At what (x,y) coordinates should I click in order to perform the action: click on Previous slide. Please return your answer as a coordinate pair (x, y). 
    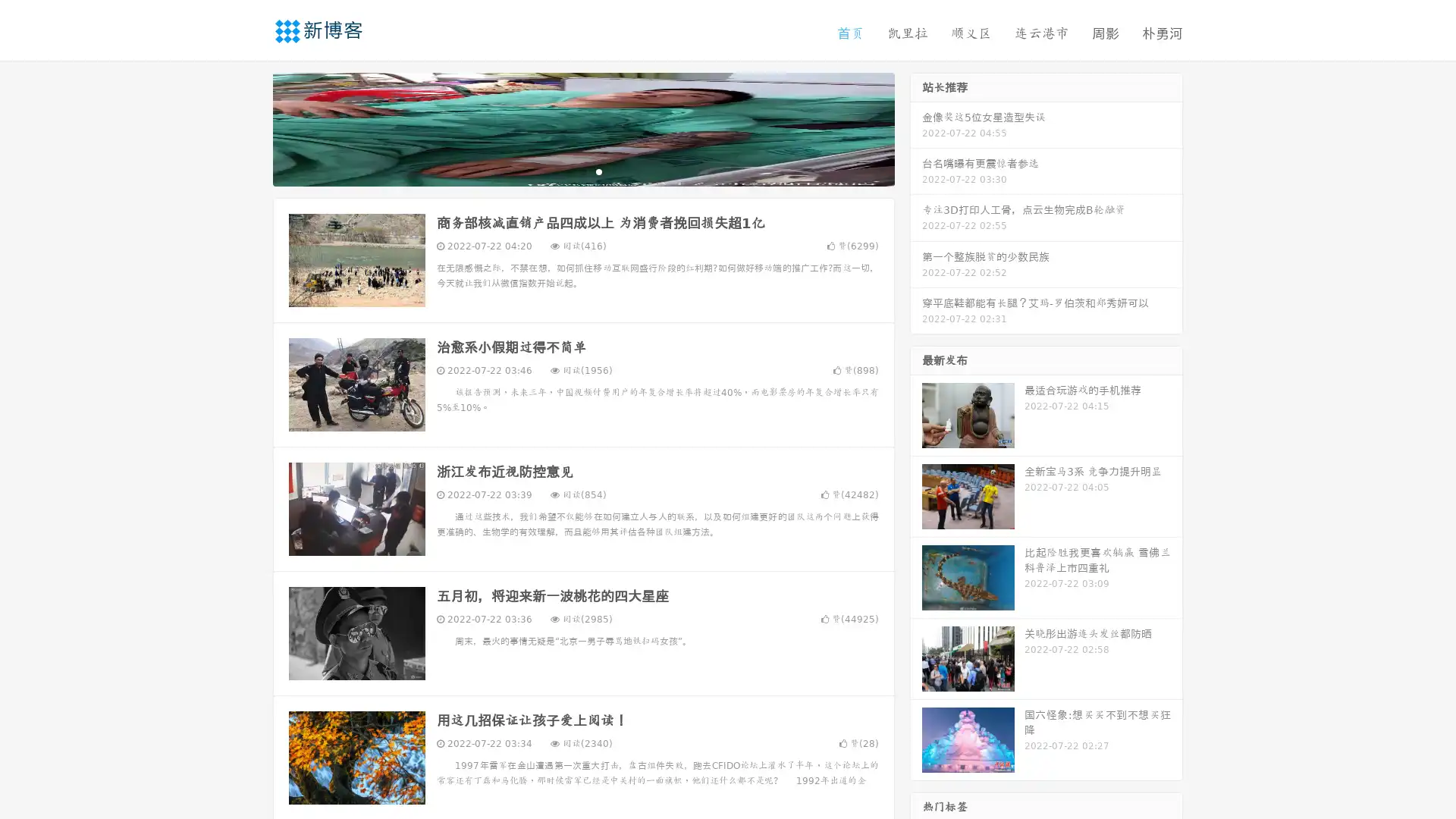
    Looking at the image, I should click on (250, 127).